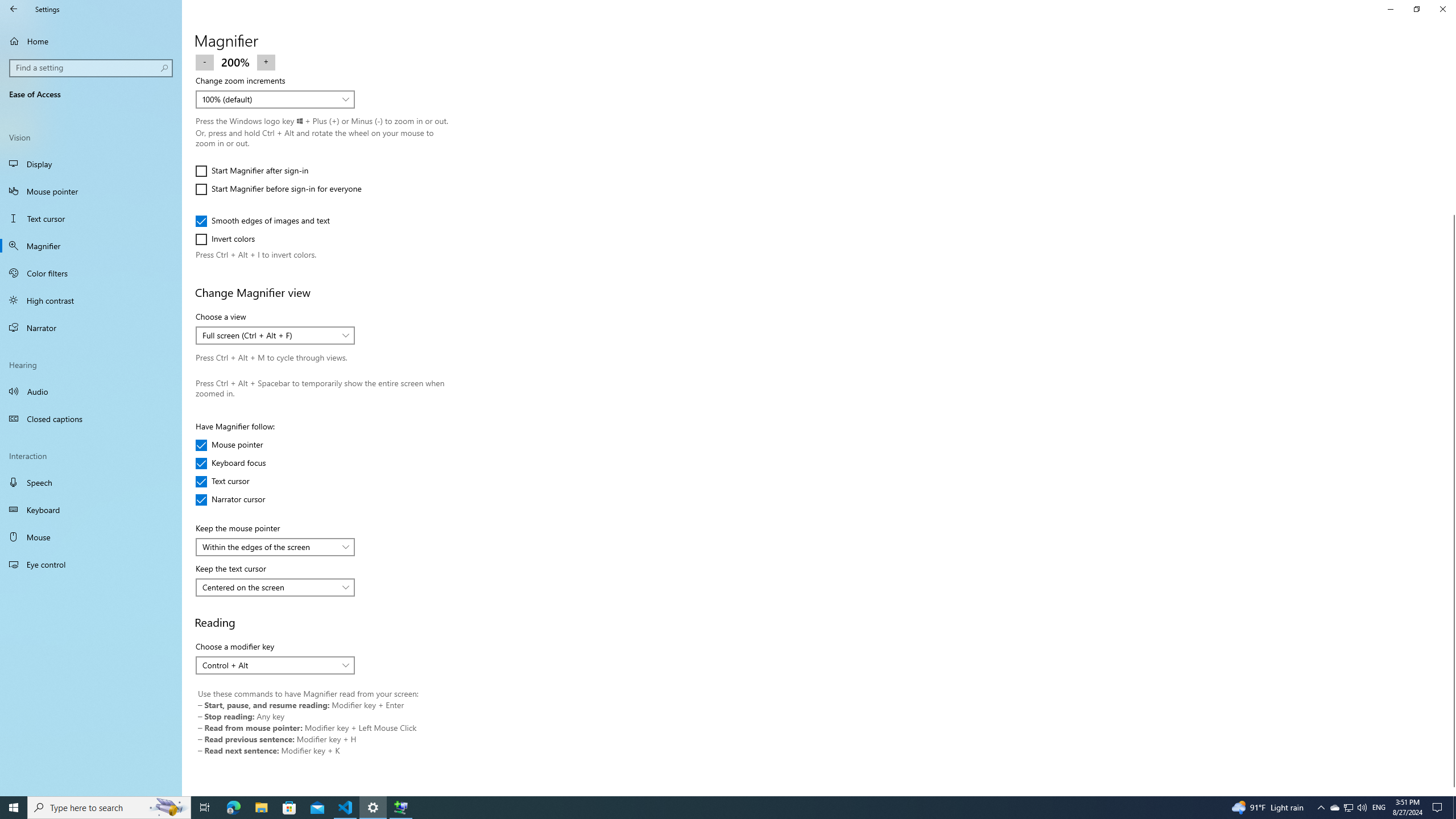  Describe the element at coordinates (90, 510) in the screenshot. I see `'Keyboard'` at that location.